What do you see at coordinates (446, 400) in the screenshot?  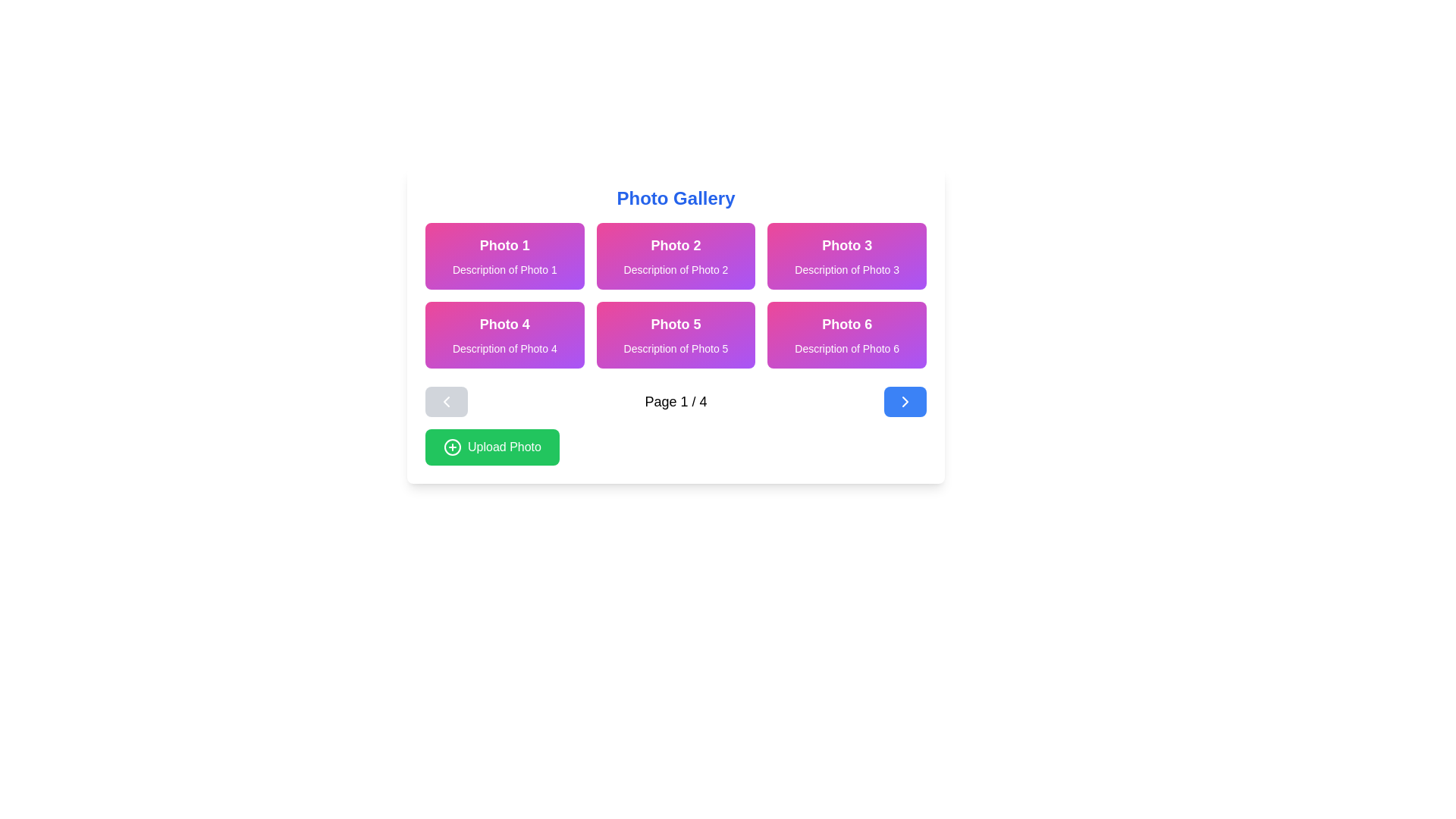 I see `the left navigation button in the pagination control to observe the hover effect, which allows users to navigate to the previous page in the gallery` at bounding box center [446, 400].